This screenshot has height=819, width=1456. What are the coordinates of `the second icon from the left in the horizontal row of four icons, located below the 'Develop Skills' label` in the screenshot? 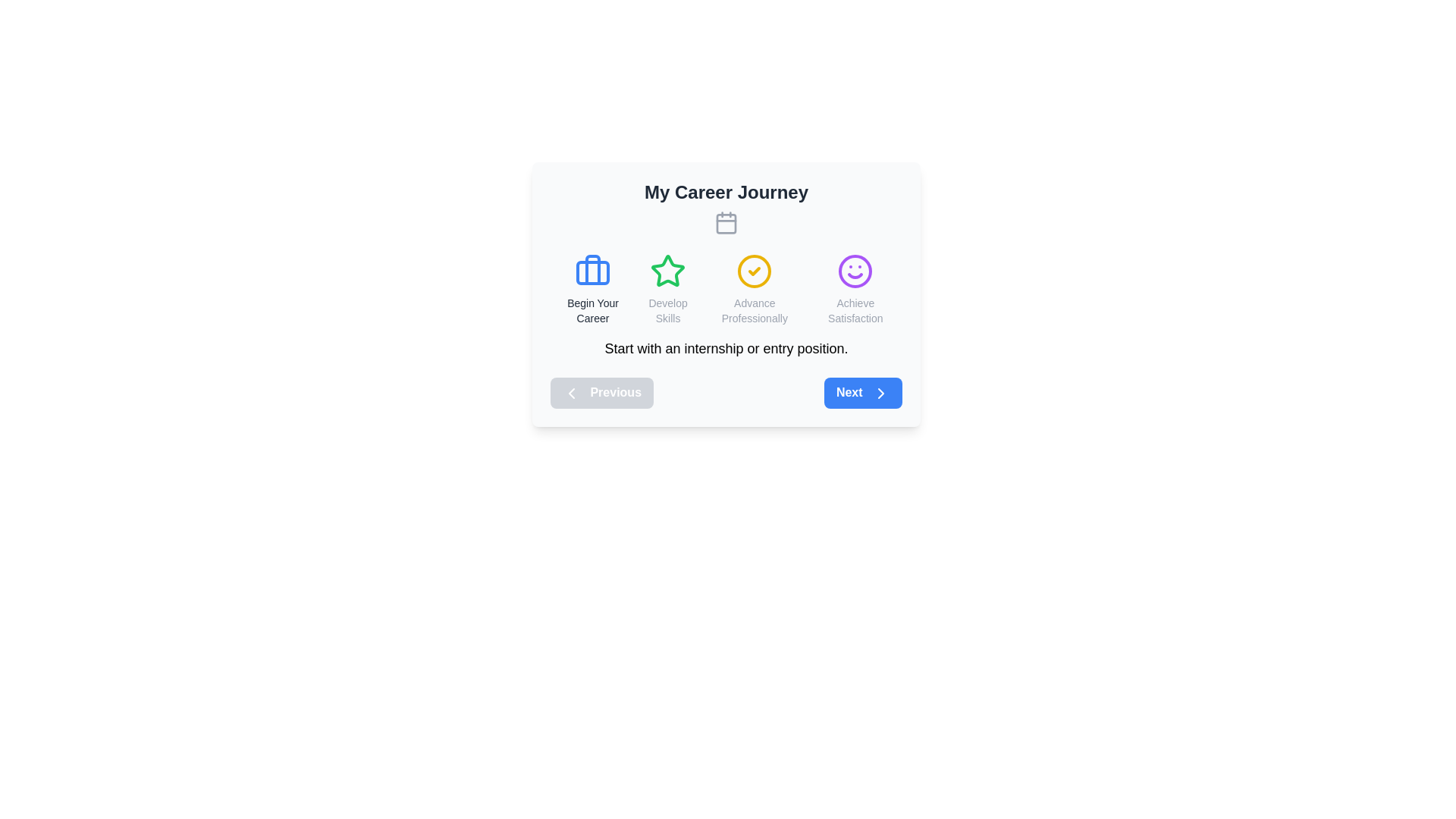 It's located at (667, 270).